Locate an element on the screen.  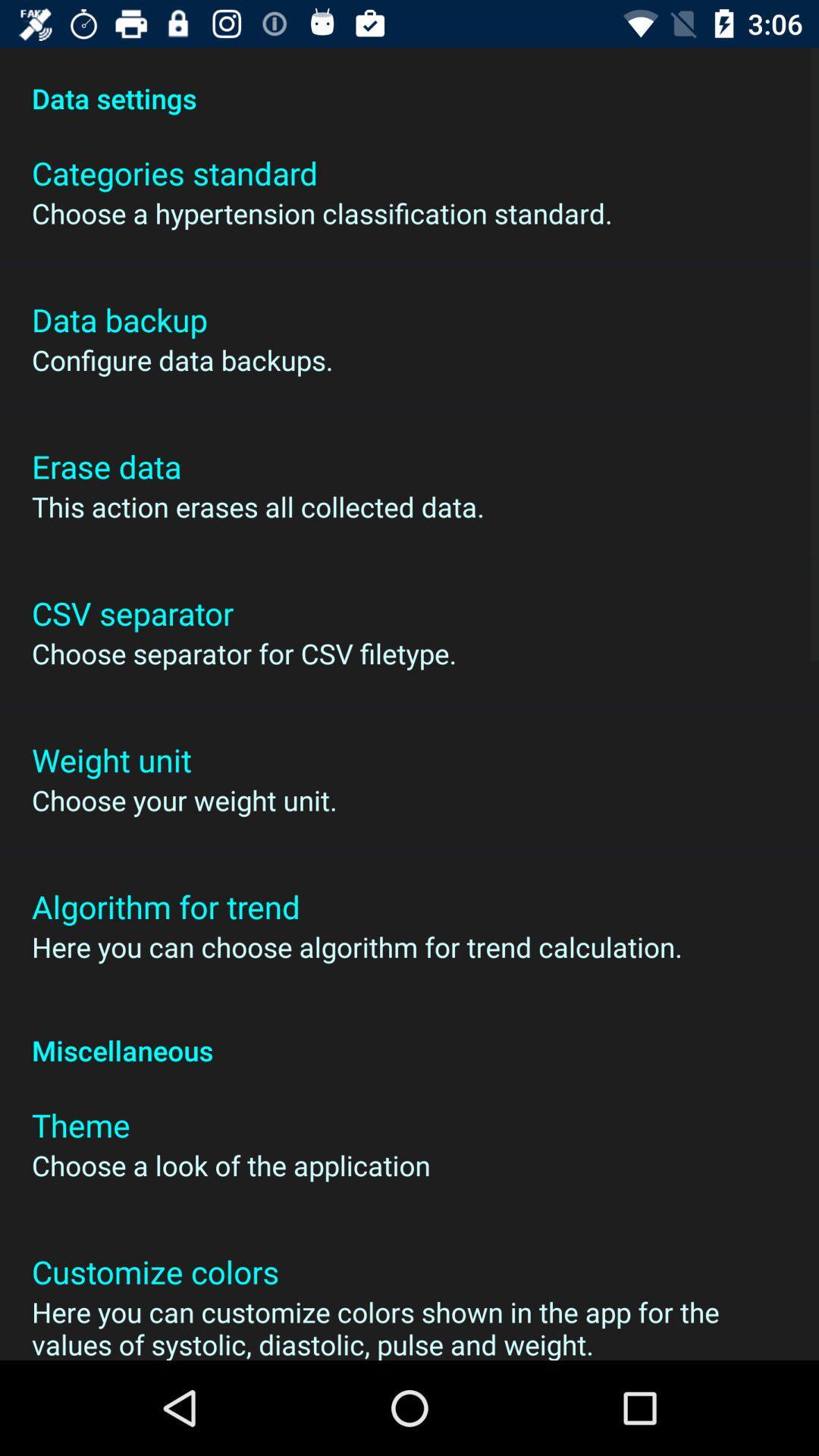
choose your weight icon is located at coordinates (184, 799).